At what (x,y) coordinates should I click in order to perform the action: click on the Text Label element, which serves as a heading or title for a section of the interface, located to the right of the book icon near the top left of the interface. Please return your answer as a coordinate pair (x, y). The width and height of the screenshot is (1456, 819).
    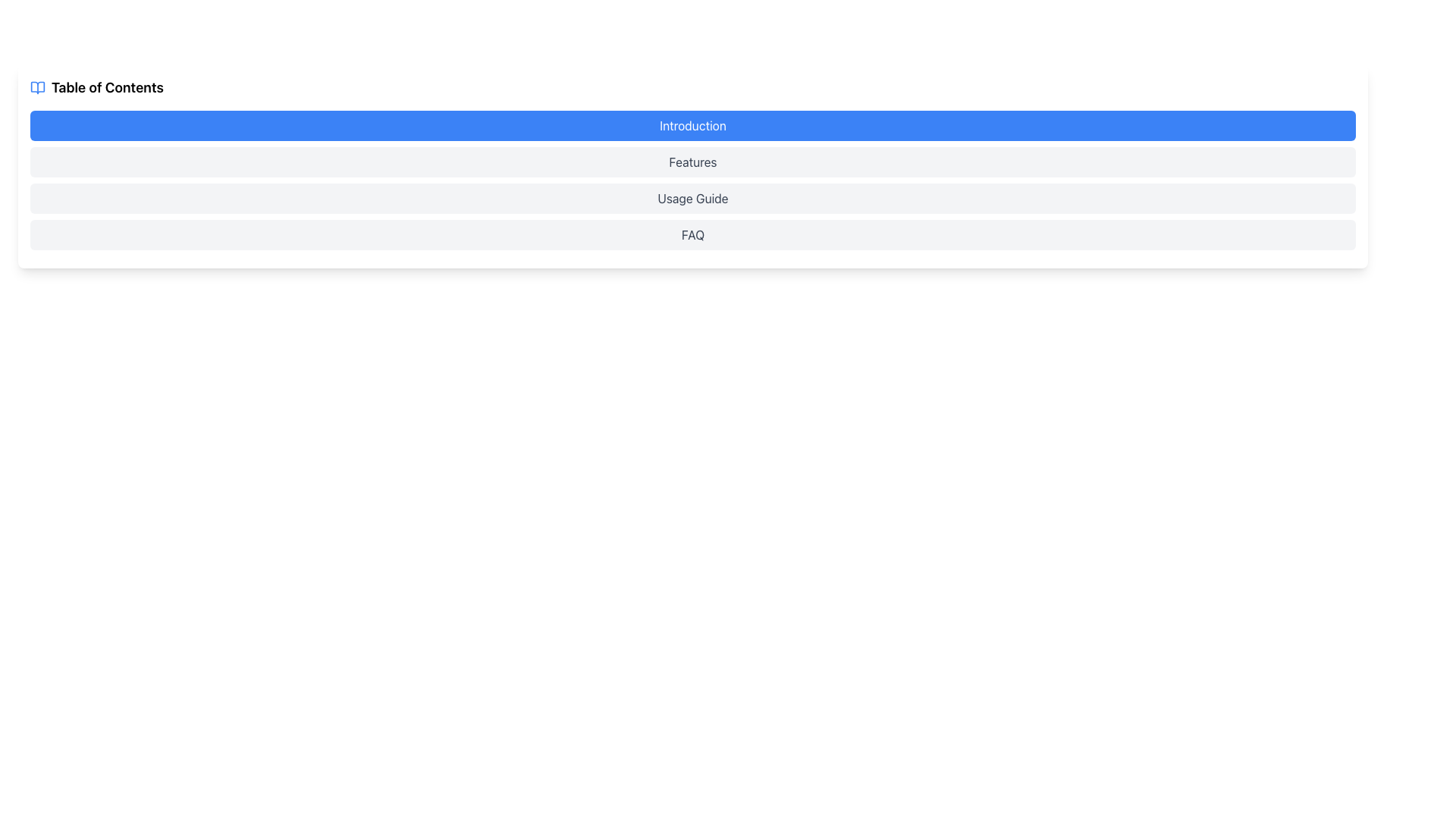
    Looking at the image, I should click on (106, 87).